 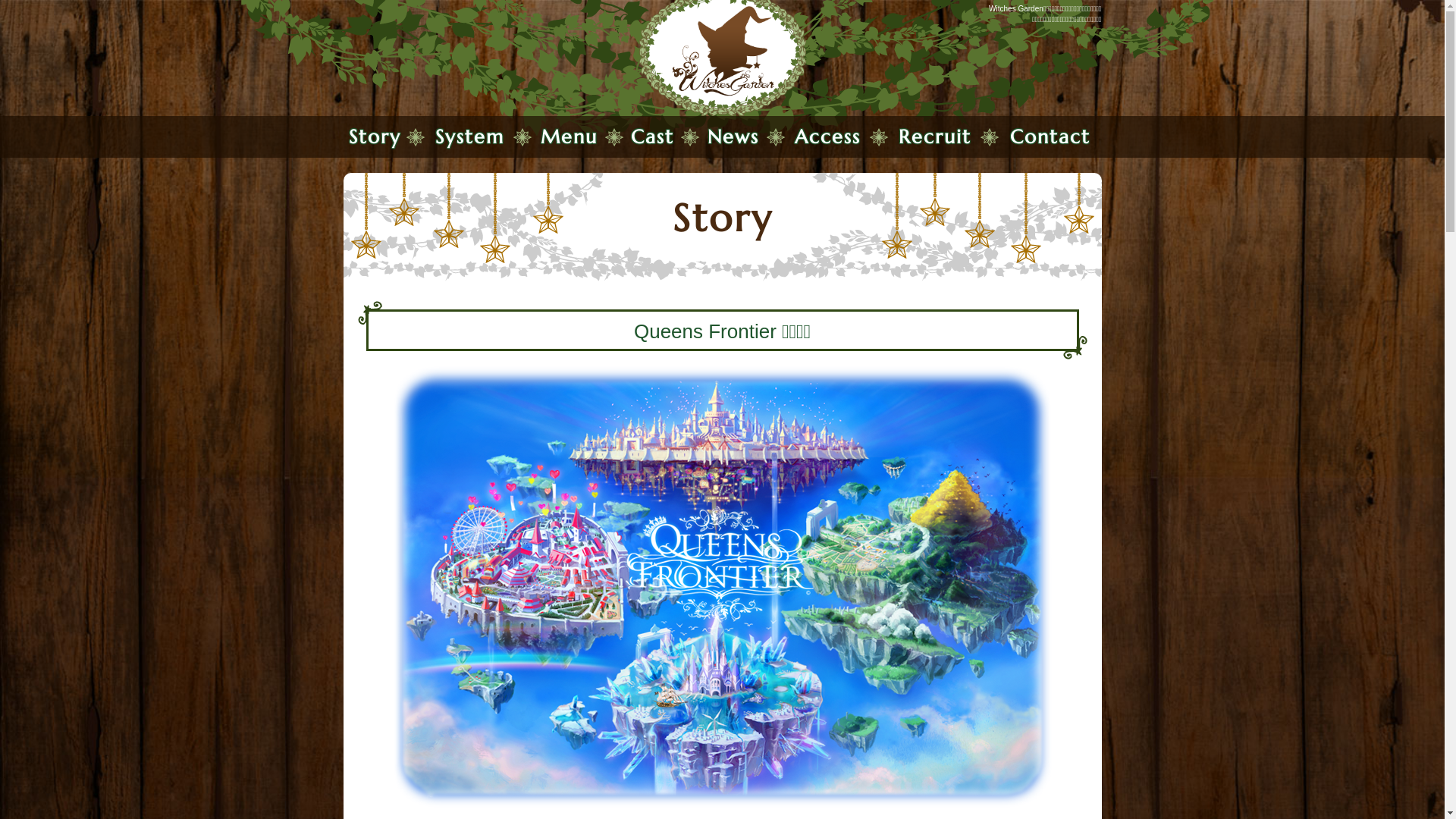 What do you see at coordinates (435, 136) in the screenshot?
I see `'System'` at bounding box center [435, 136].